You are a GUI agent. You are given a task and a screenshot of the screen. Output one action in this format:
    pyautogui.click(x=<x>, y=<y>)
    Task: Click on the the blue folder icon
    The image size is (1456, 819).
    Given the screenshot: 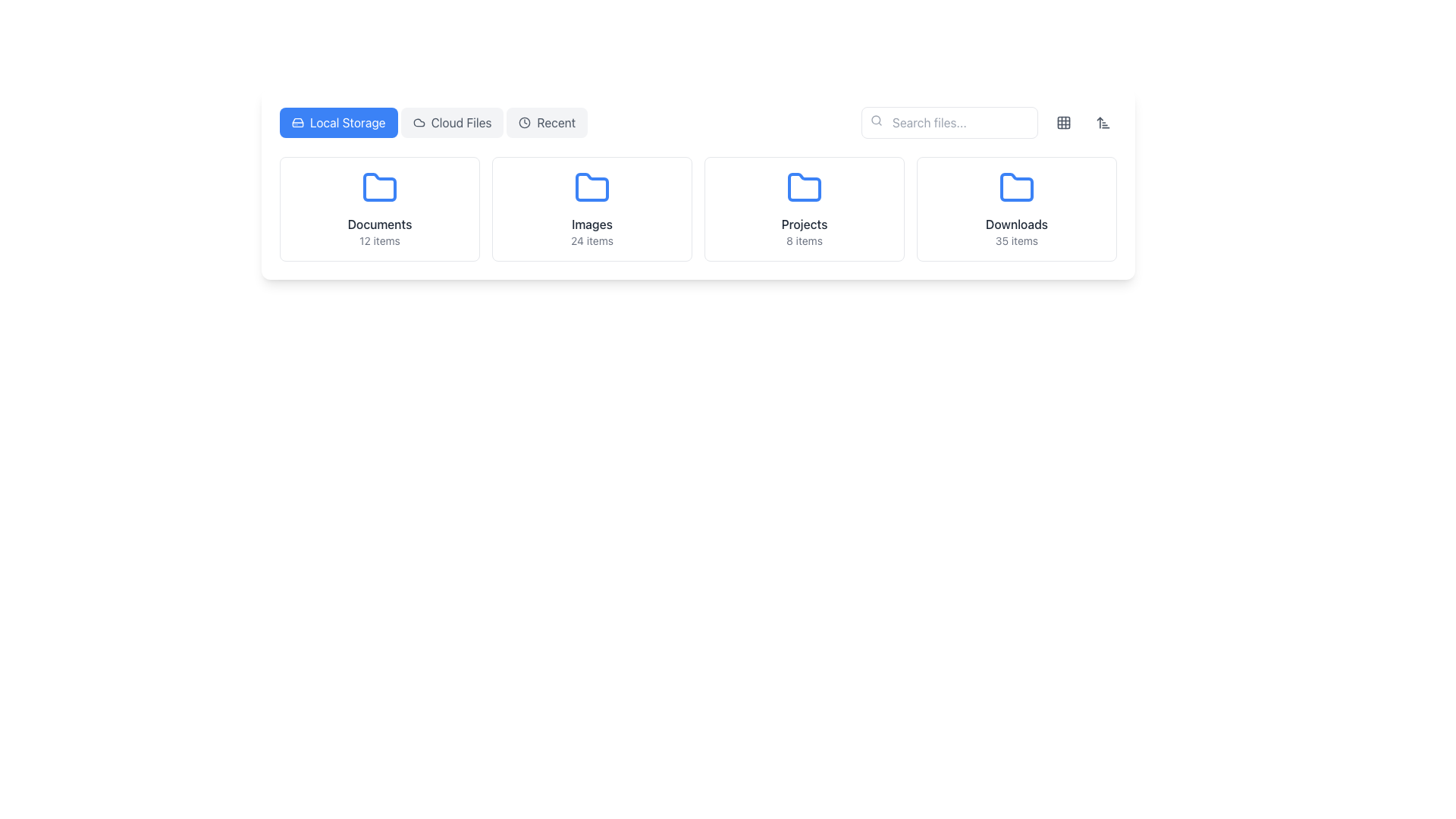 What is the action you would take?
    pyautogui.click(x=1016, y=187)
    